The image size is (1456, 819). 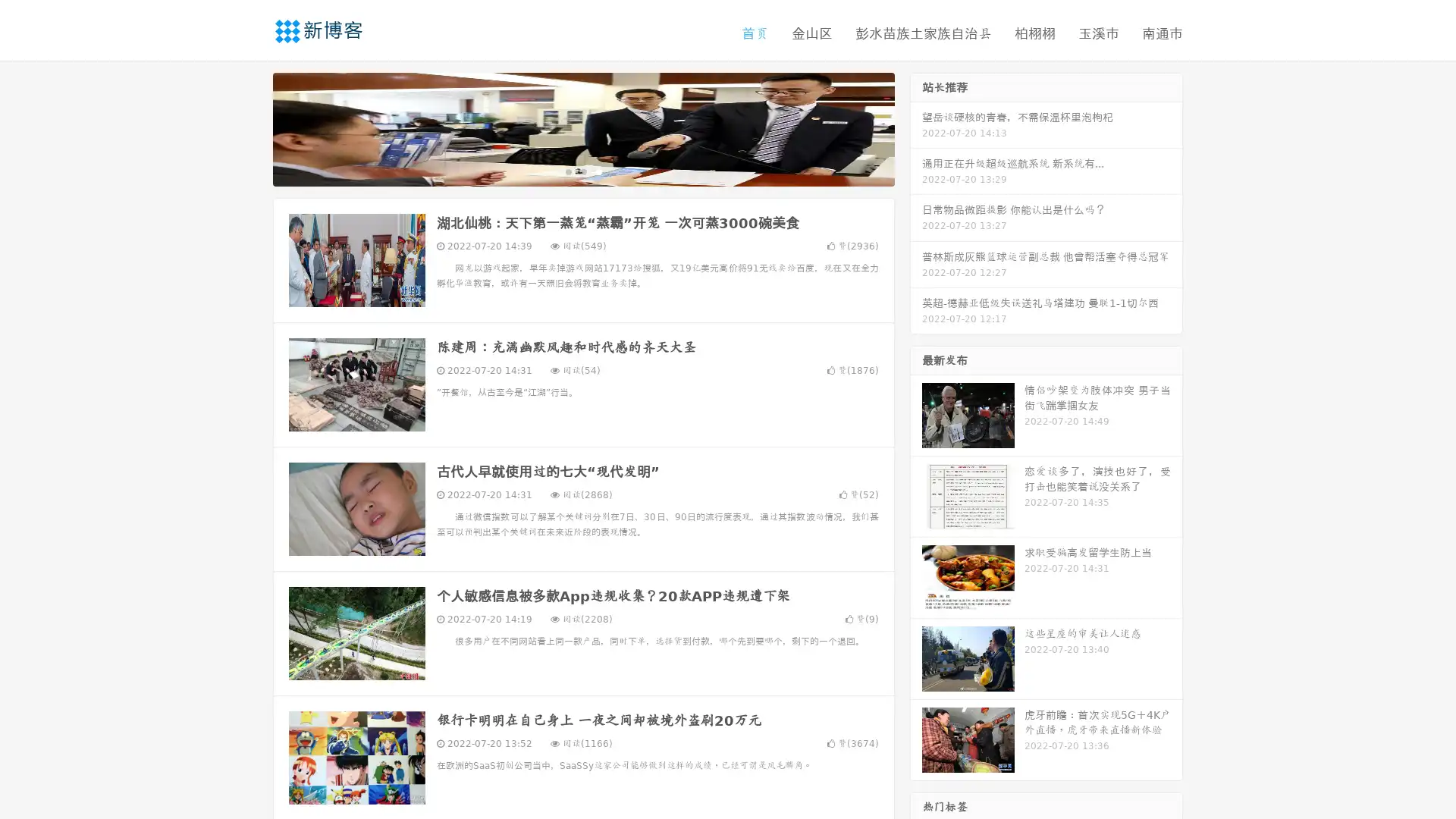 What do you see at coordinates (582, 171) in the screenshot?
I see `Go to slide 2` at bounding box center [582, 171].